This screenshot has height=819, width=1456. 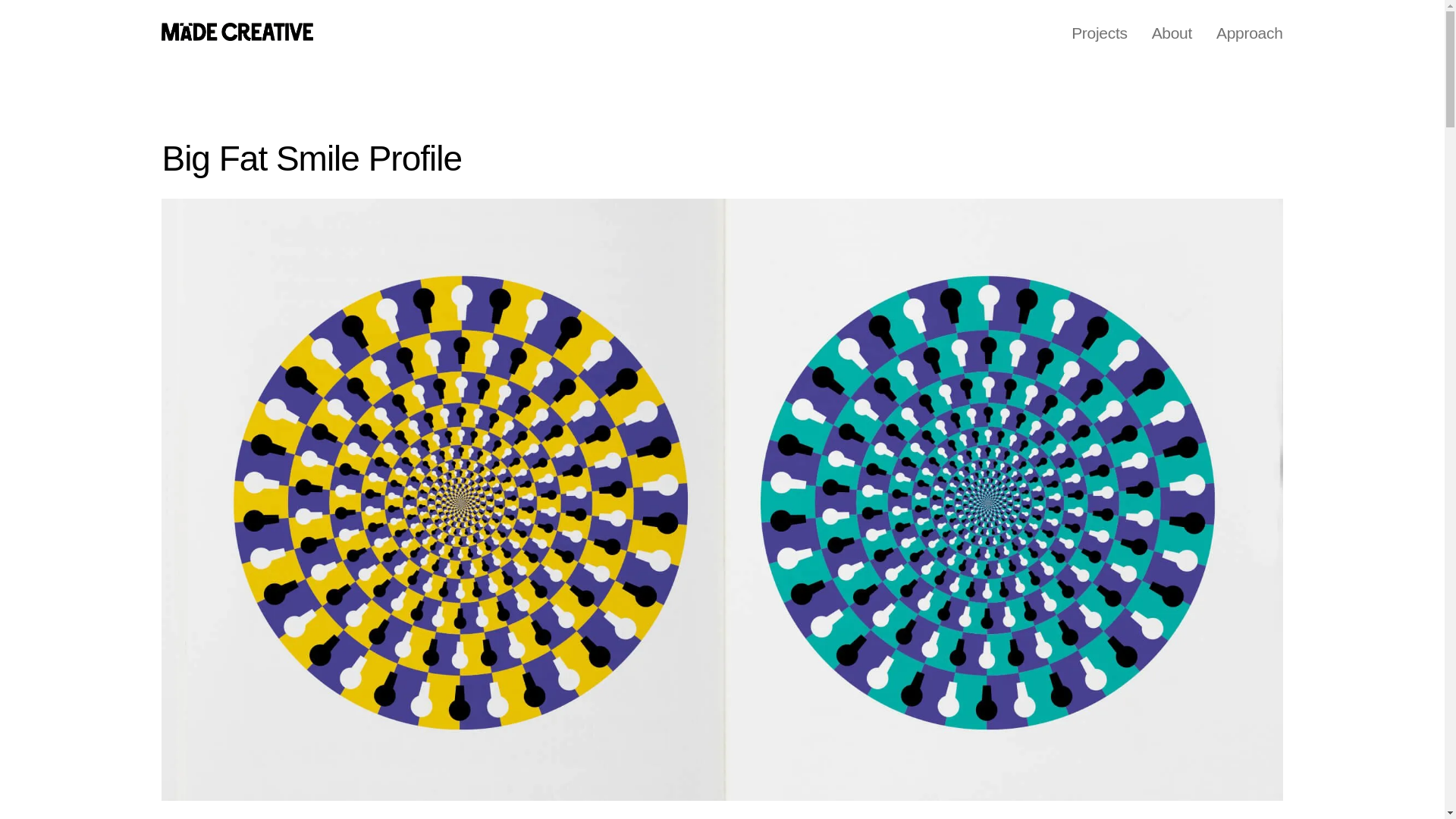 What do you see at coordinates (1244, 33) in the screenshot?
I see `'Approach'` at bounding box center [1244, 33].